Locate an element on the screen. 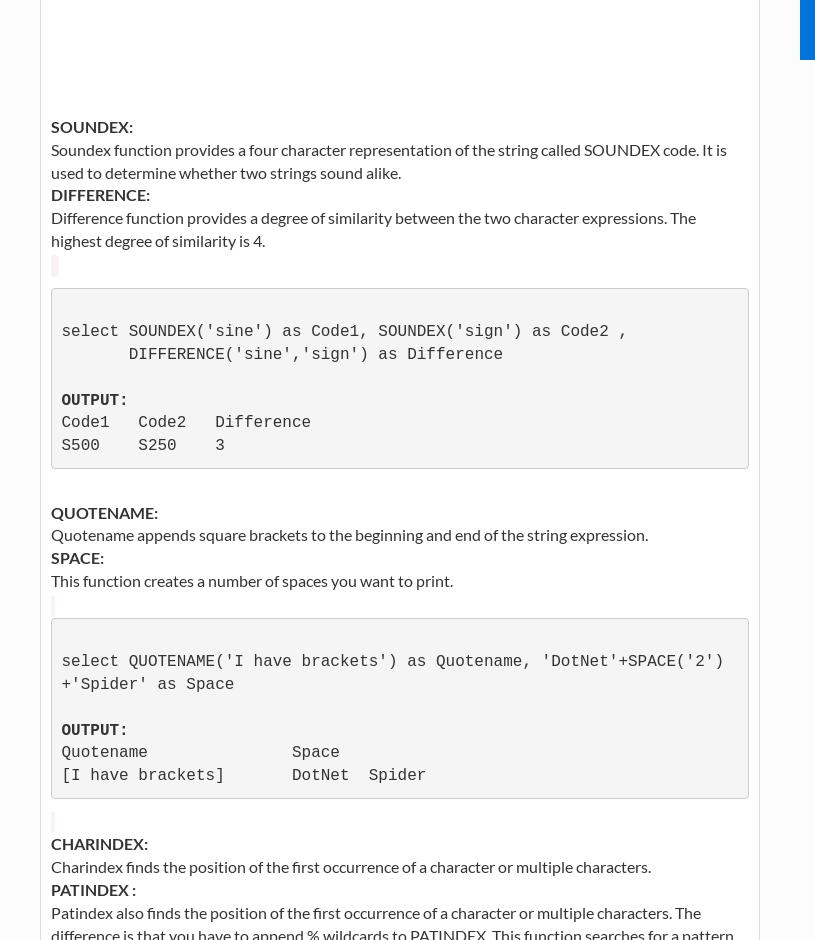 The width and height of the screenshot is (815, 940). 'DIFFERENCE('sine','sign') as Difference' is located at coordinates (59, 353).